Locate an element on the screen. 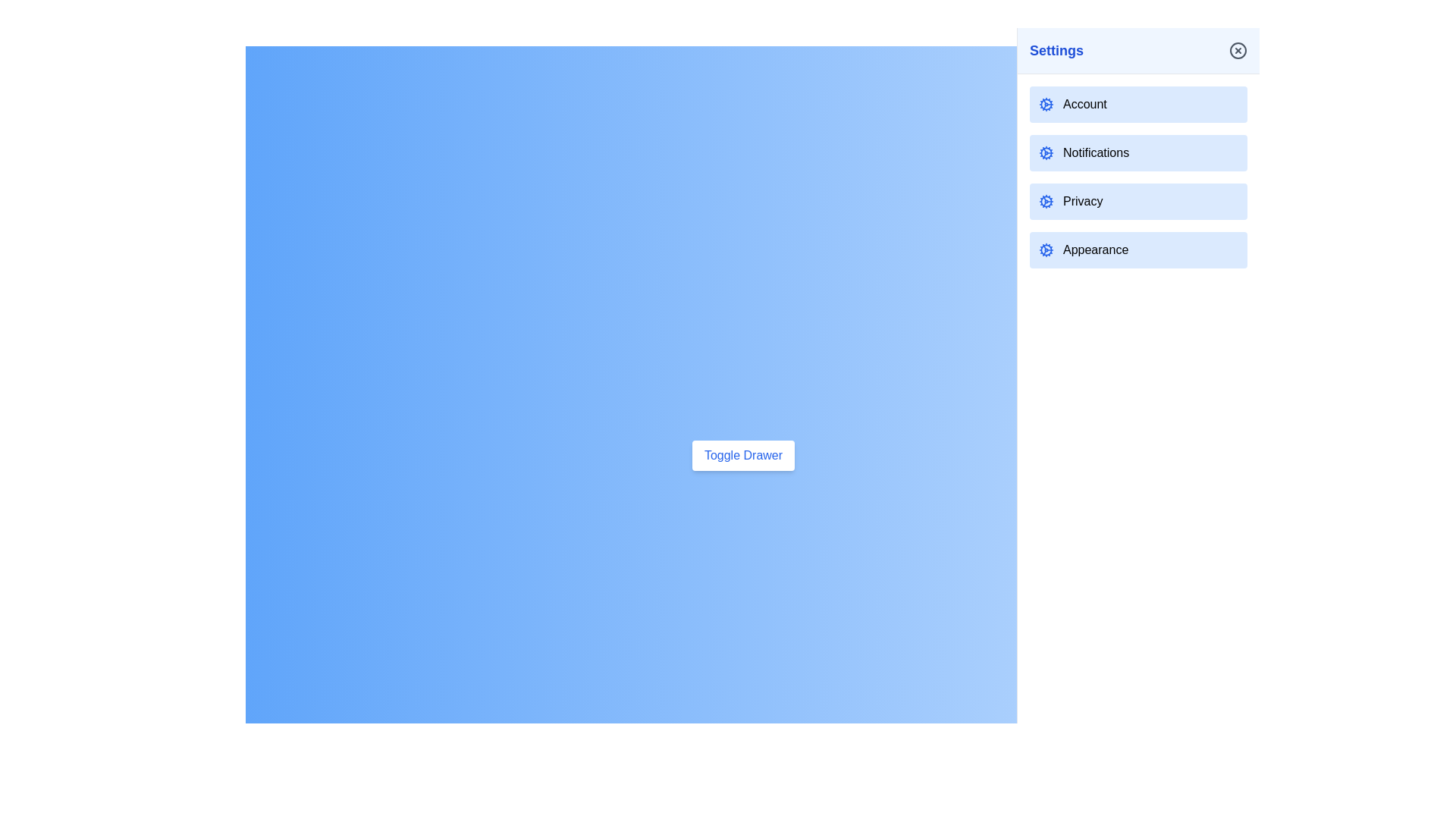 Image resolution: width=1456 pixels, height=819 pixels. the Notifications setting in the drawer is located at coordinates (1138, 152).